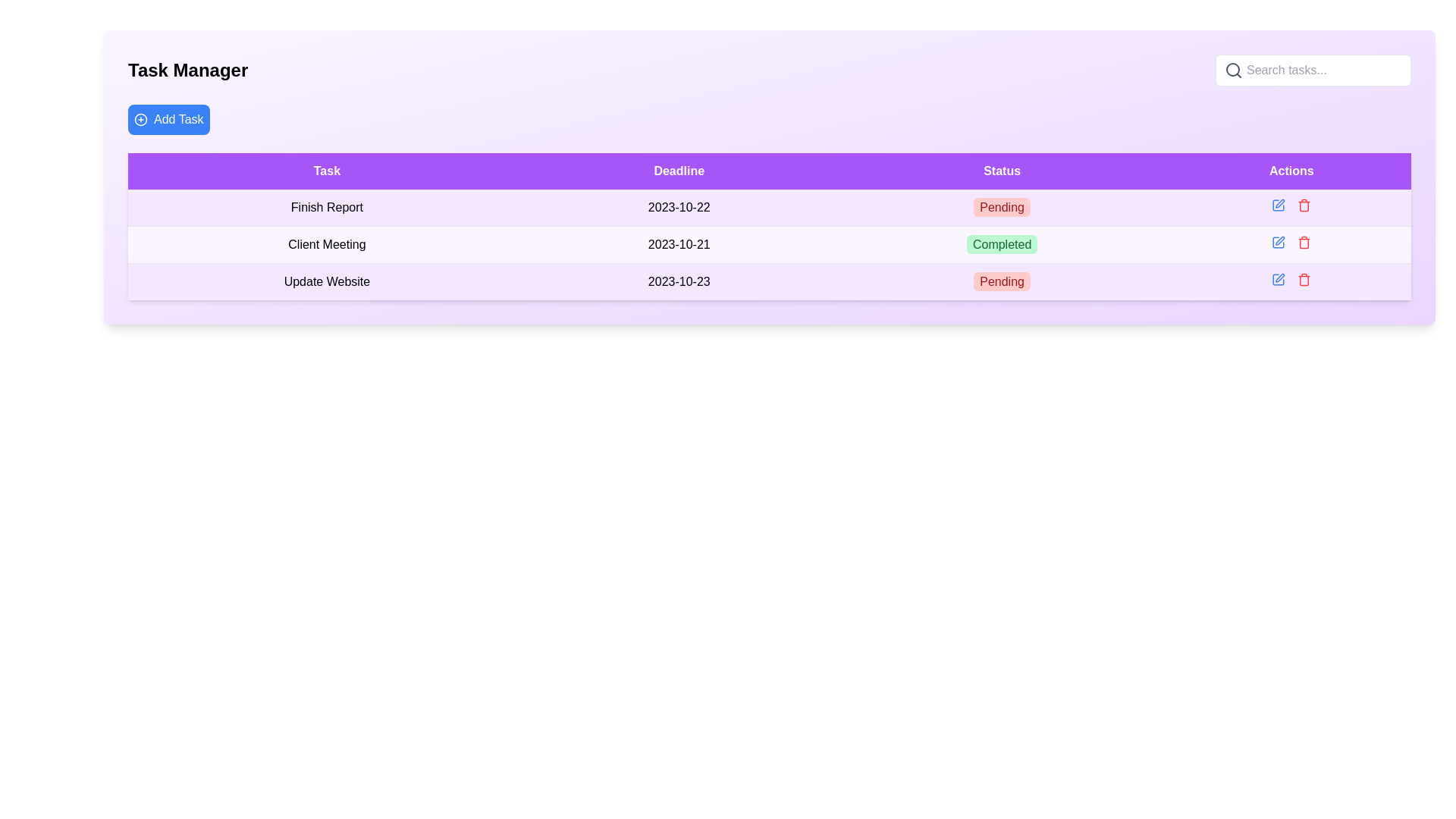  What do you see at coordinates (1279, 240) in the screenshot?
I see `the small pen-like edit icon located under the 'Actions' column of the second row in the task manager table` at bounding box center [1279, 240].